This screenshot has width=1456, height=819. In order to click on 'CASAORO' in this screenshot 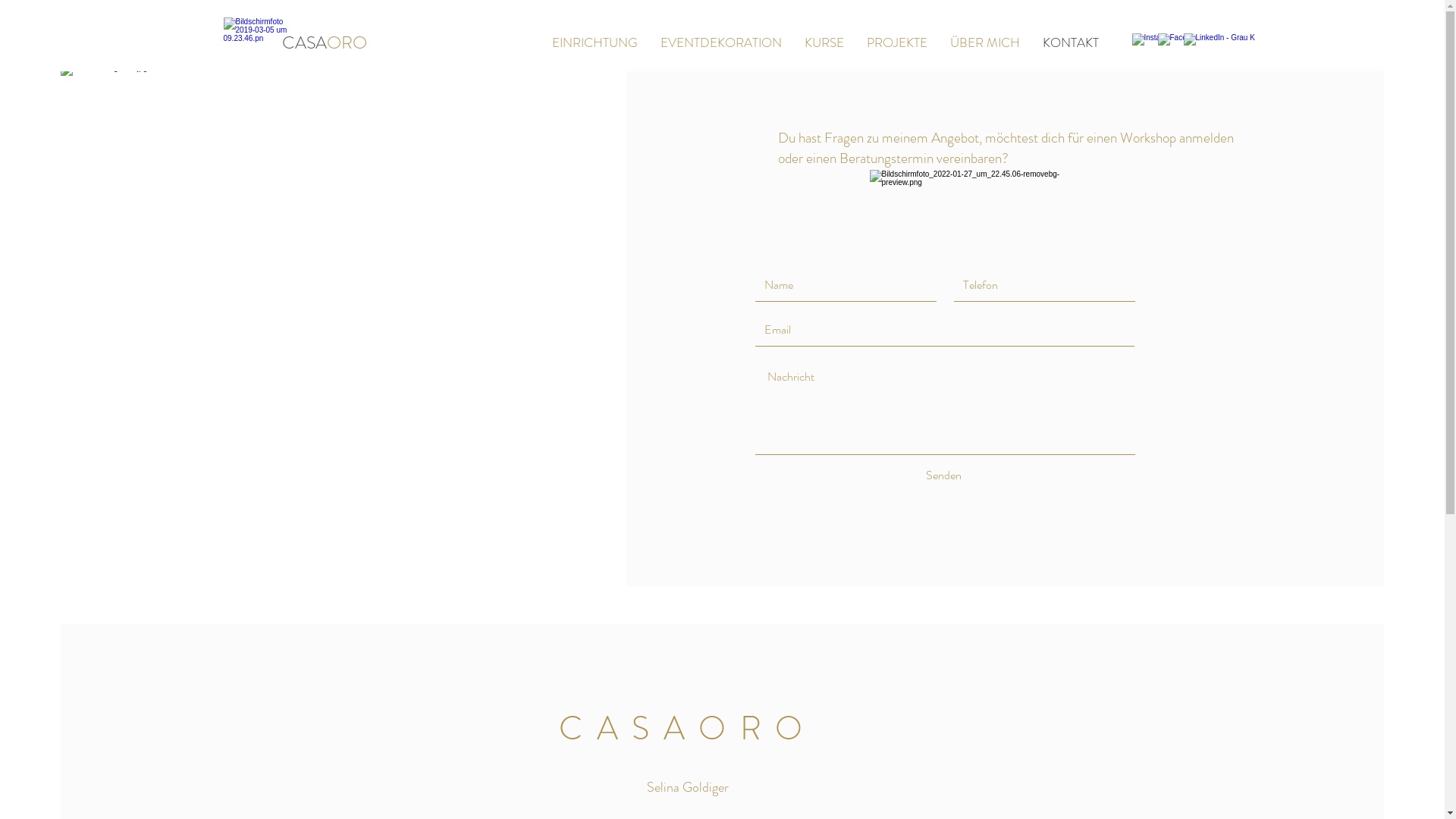, I will do `click(323, 42)`.